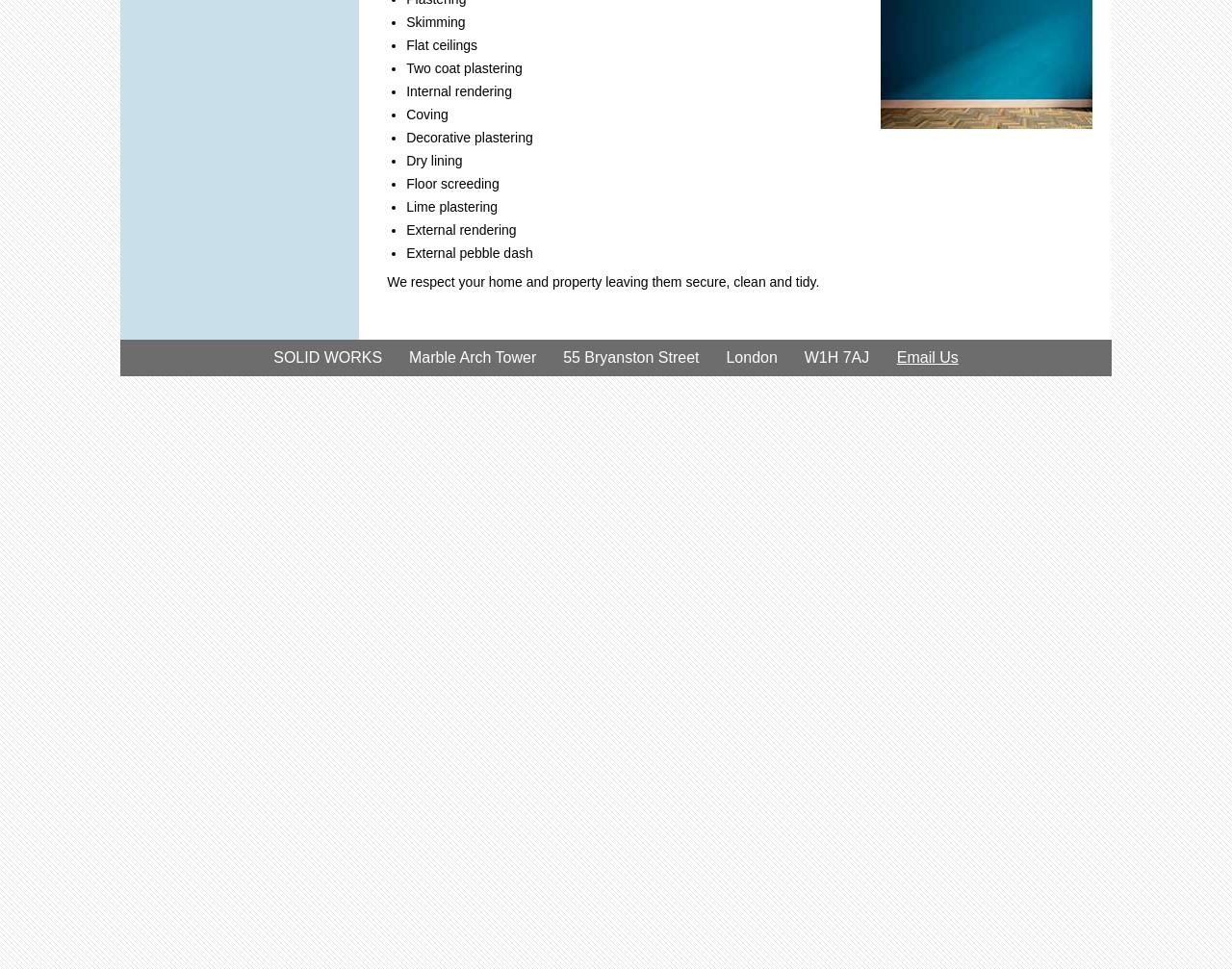 Image resolution: width=1232 pixels, height=969 pixels. I want to click on 'SOLID WORKS', so click(272, 357).